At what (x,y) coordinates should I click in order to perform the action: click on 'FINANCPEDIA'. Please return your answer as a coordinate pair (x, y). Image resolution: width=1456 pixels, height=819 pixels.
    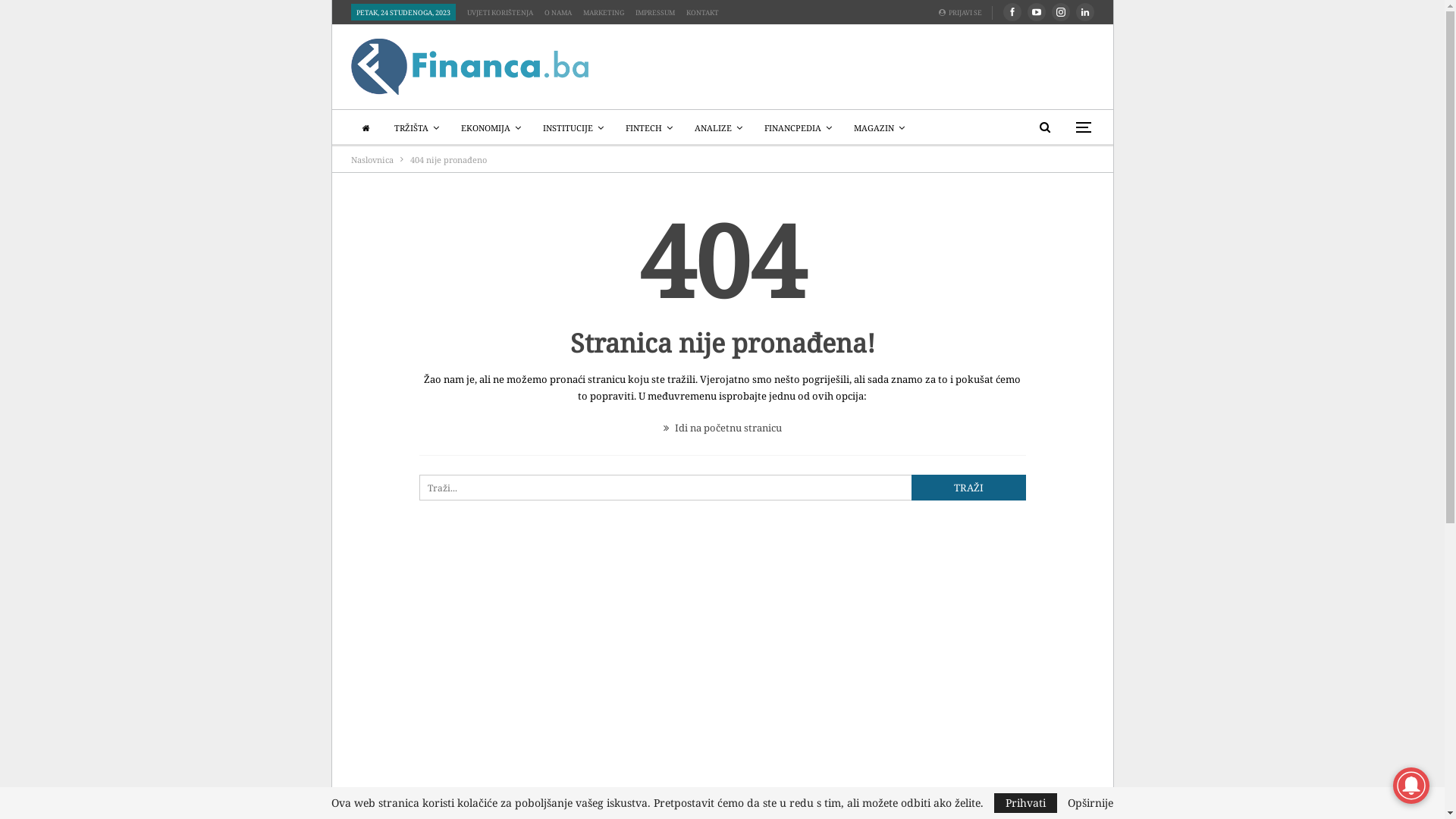
    Looking at the image, I should click on (755, 127).